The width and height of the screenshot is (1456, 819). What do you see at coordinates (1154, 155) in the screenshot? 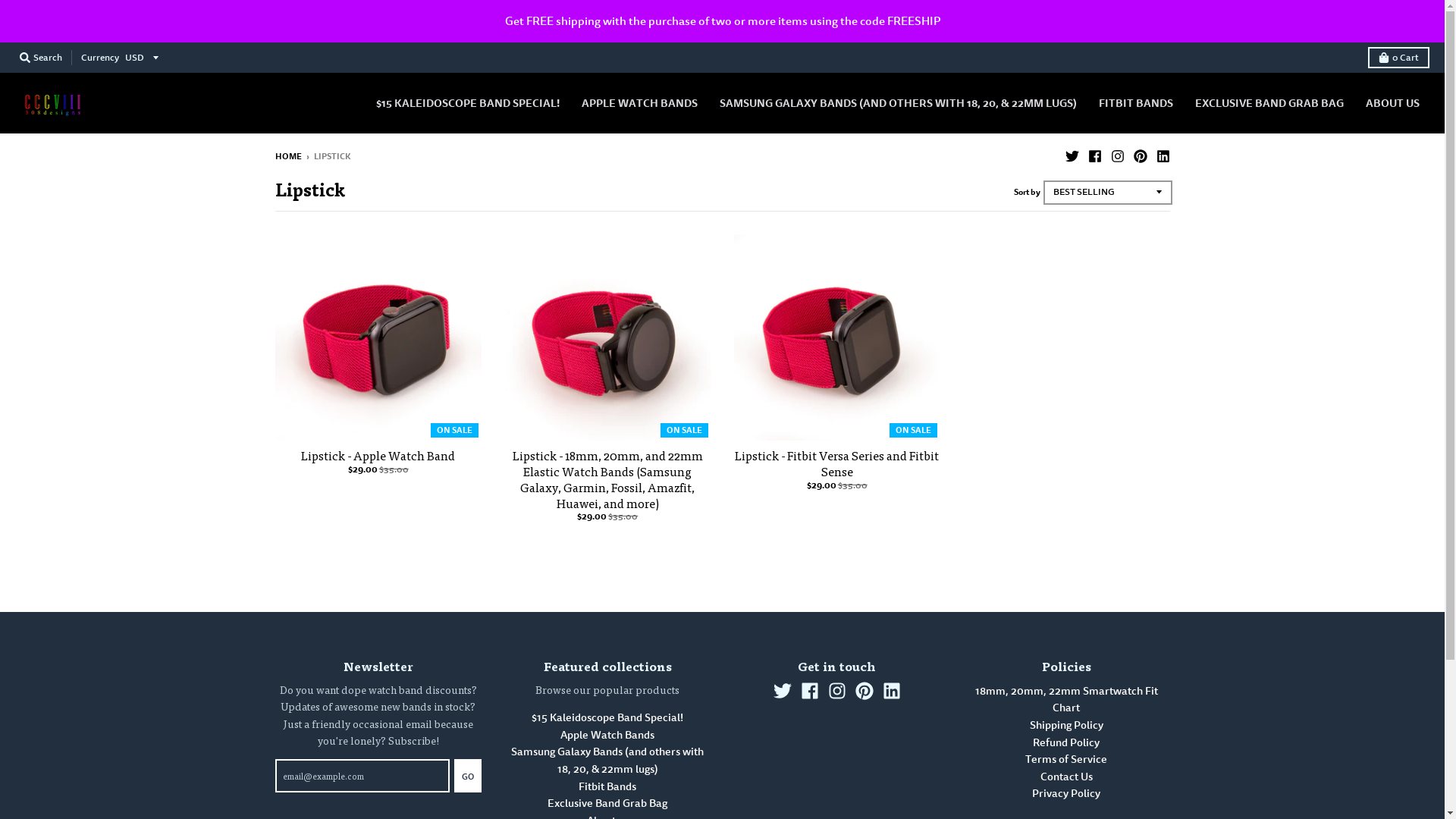
I see `'LinkedIn - 308designs - CCCVIII'` at bounding box center [1154, 155].